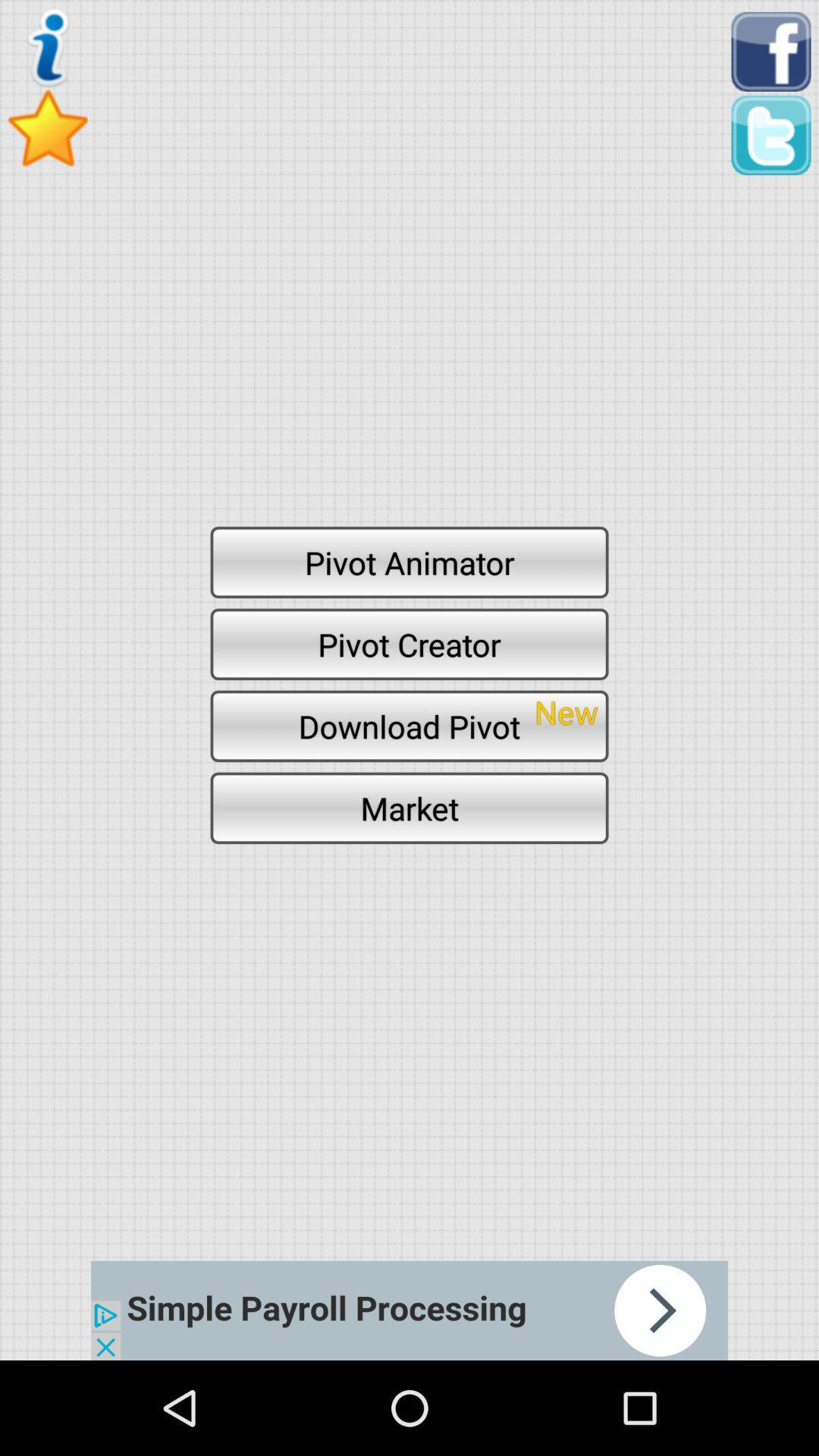 Image resolution: width=819 pixels, height=1456 pixels. Describe the element at coordinates (409, 644) in the screenshot. I see `the icon below pivot animator` at that location.